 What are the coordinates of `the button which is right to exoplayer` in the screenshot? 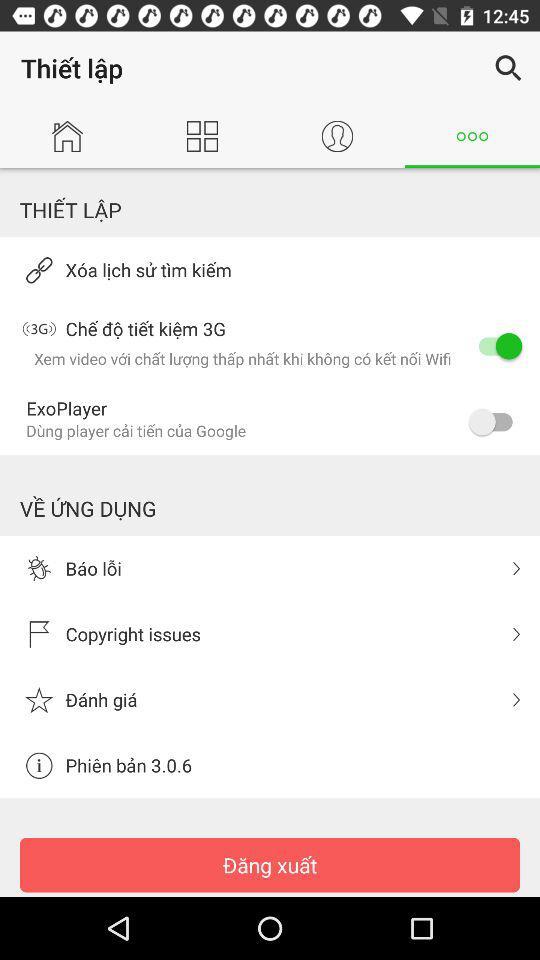 It's located at (494, 421).